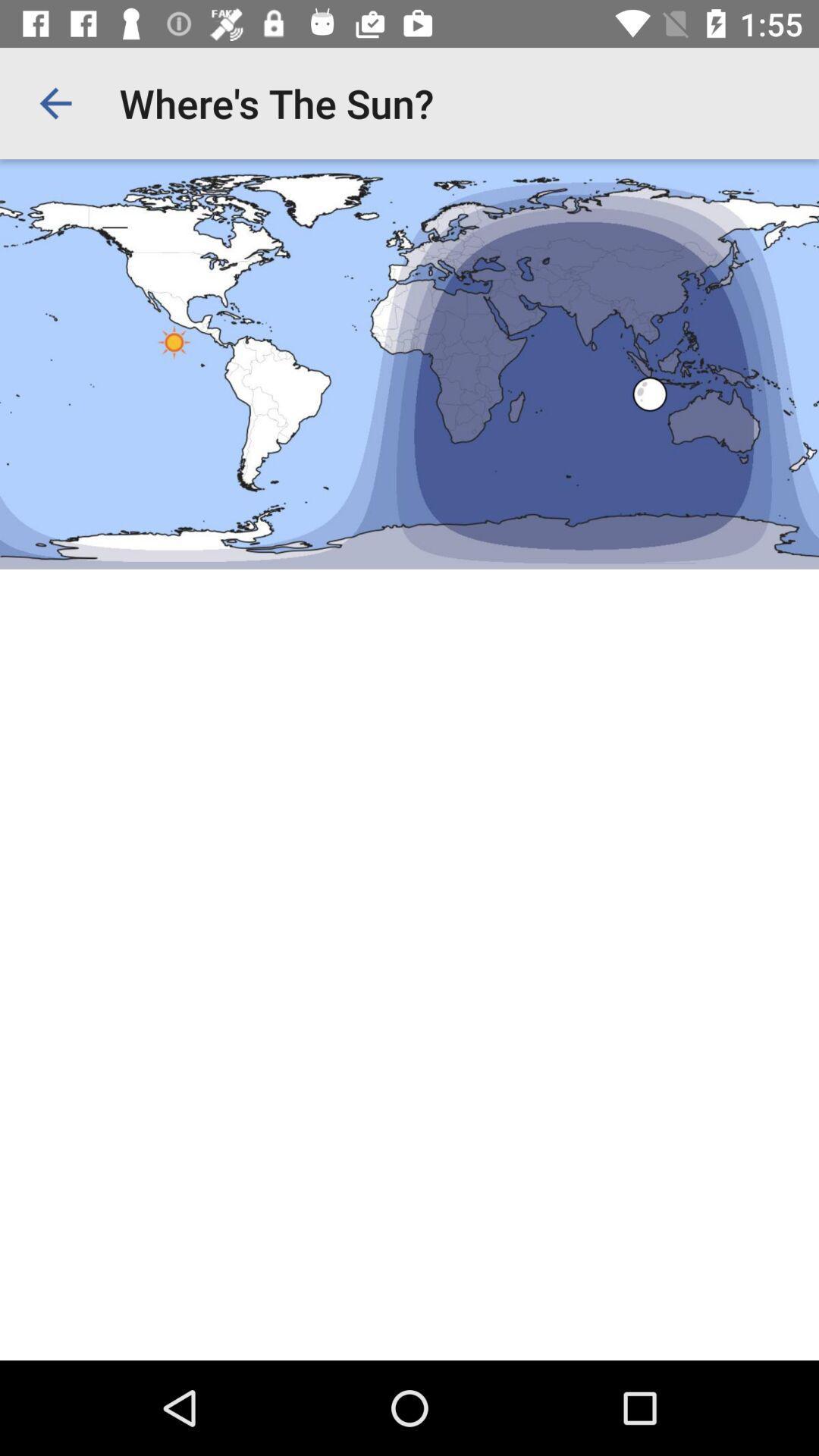 This screenshot has height=1456, width=819. I want to click on weather page, so click(409, 709).